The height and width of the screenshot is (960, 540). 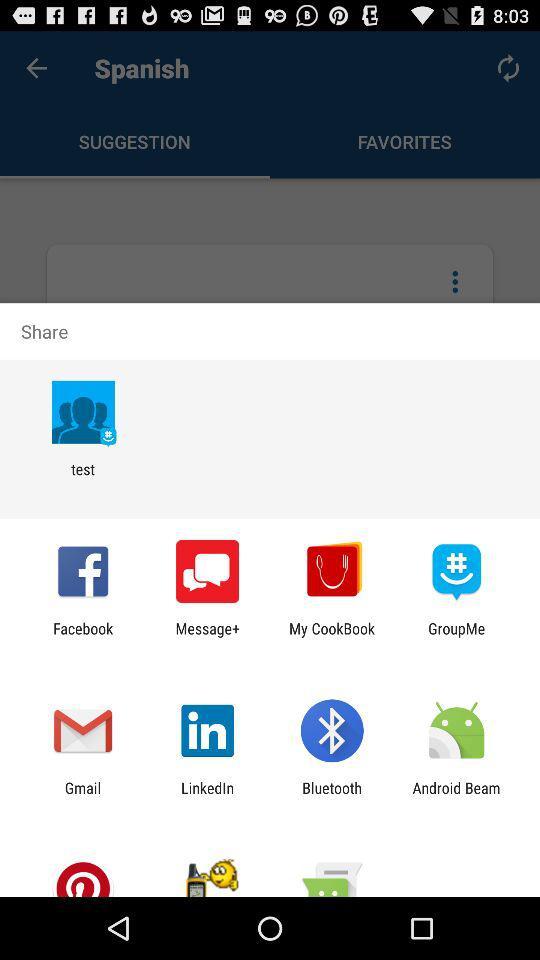 I want to click on the bluetooth icon, so click(x=332, y=796).